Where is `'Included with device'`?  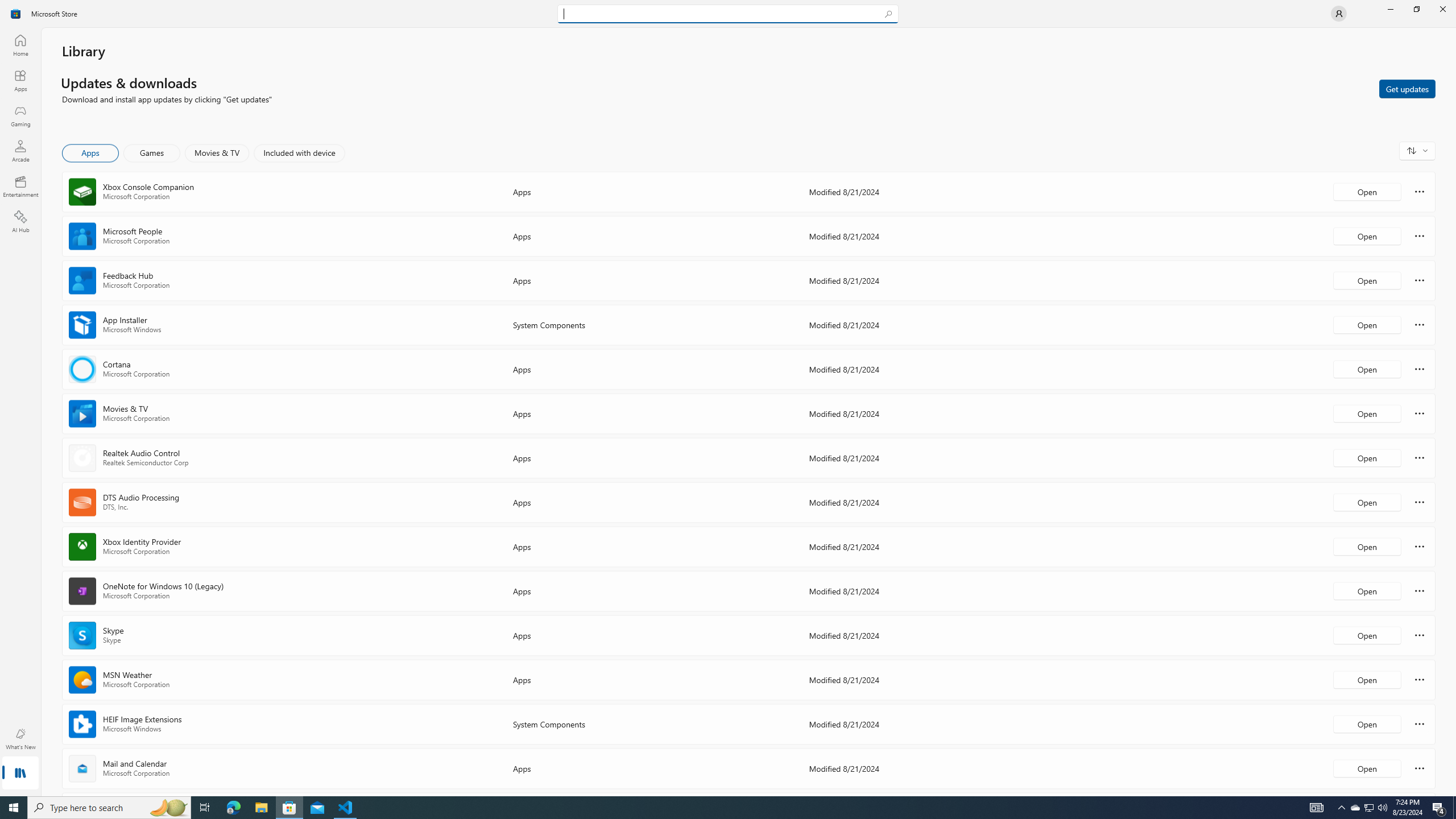
'Included with device' is located at coordinates (299, 152).